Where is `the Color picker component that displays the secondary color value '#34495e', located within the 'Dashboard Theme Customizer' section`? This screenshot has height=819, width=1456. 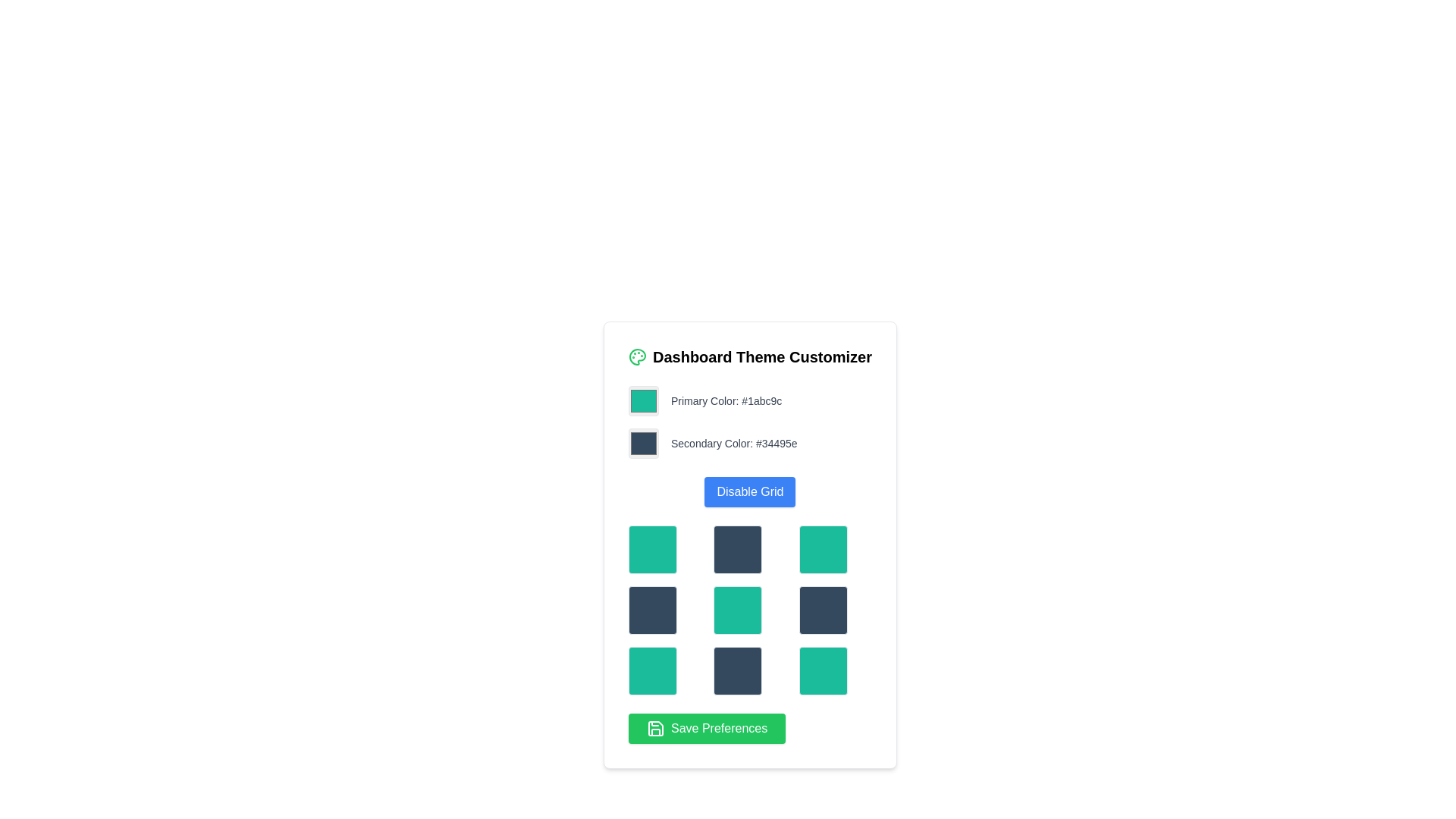 the Color picker component that displays the secondary color value '#34495e', located within the 'Dashboard Theme Customizer' section is located at coordinates (750, 444).